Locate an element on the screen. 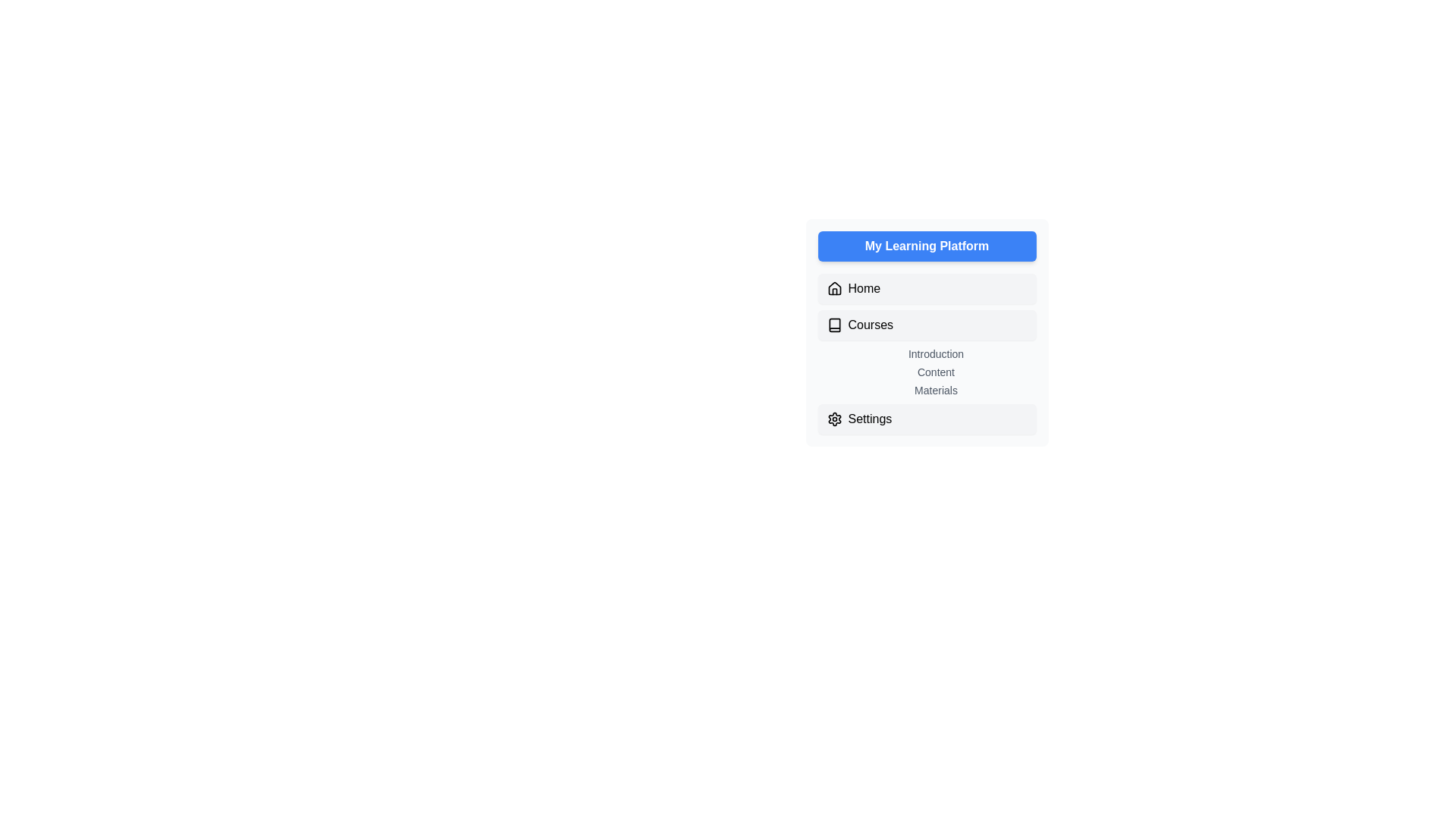 This screenshot has width=1456, height=819. the 'Home' navigation link is located at coordinates (926, 289).